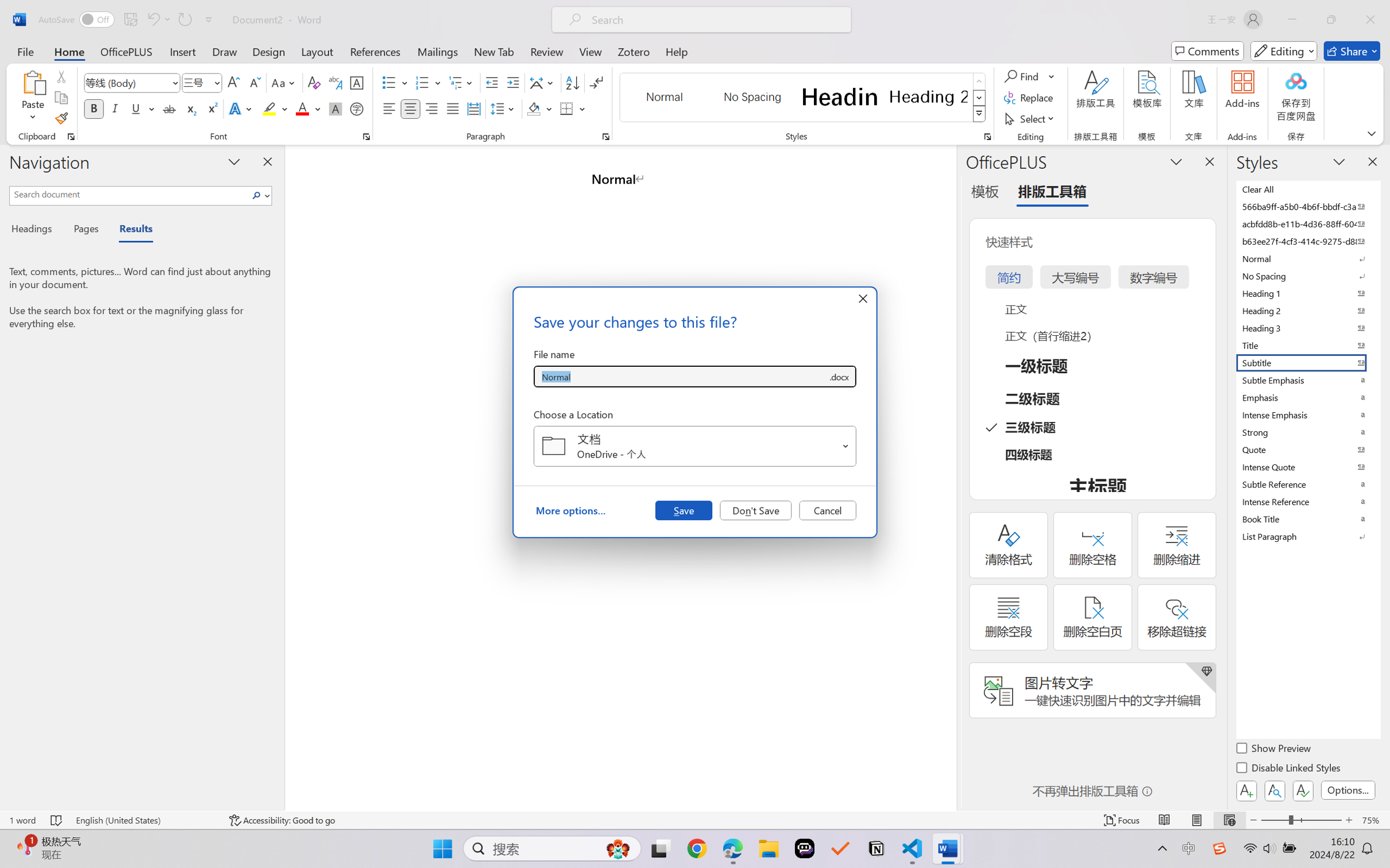 The image size is (1390, 868). Describe the element at coordinates (94, 108) in the screenshot. I see `'Bold'` at that location.